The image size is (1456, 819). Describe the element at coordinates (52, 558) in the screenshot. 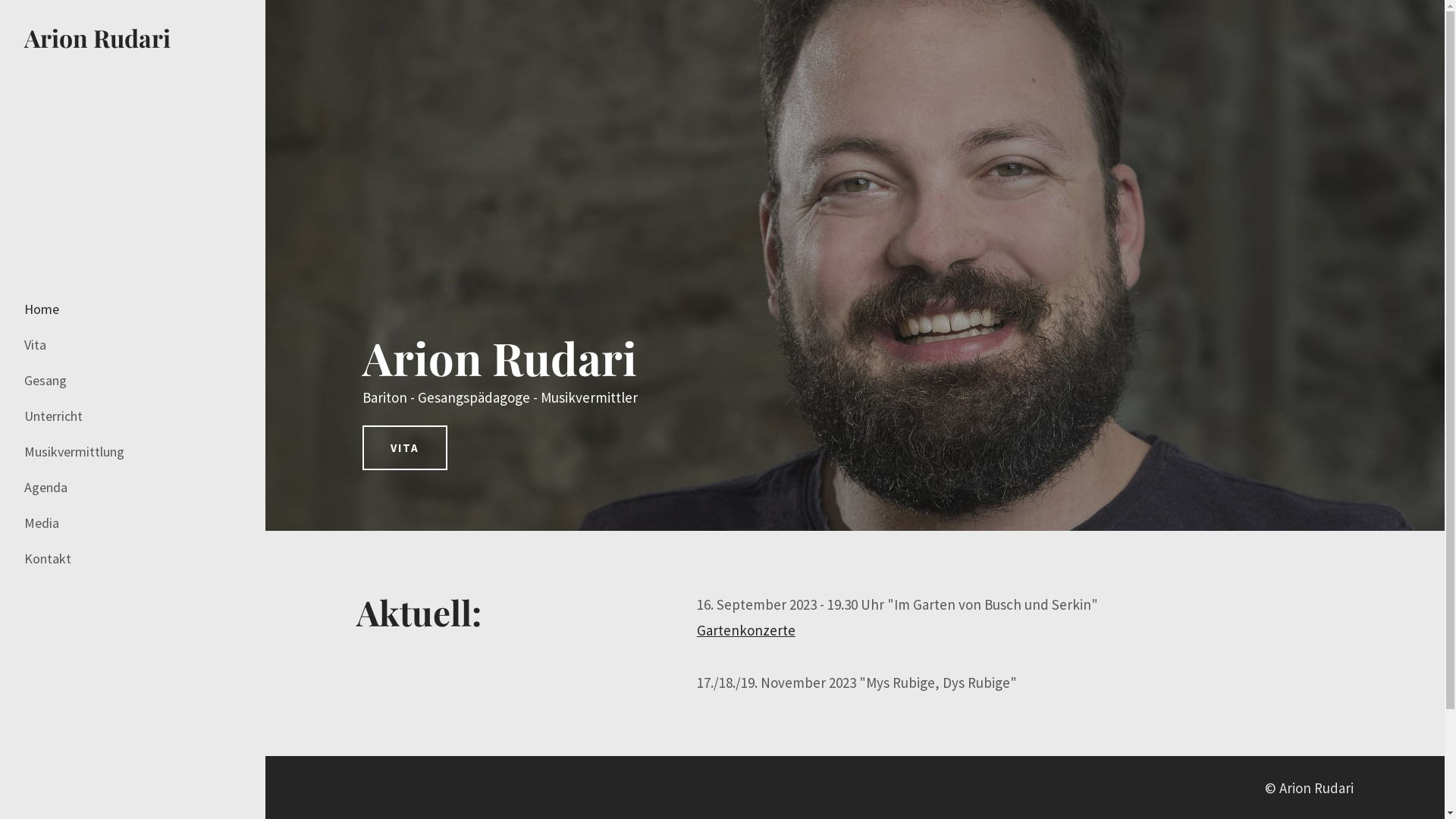

I see `'Kontakt'` at that location.